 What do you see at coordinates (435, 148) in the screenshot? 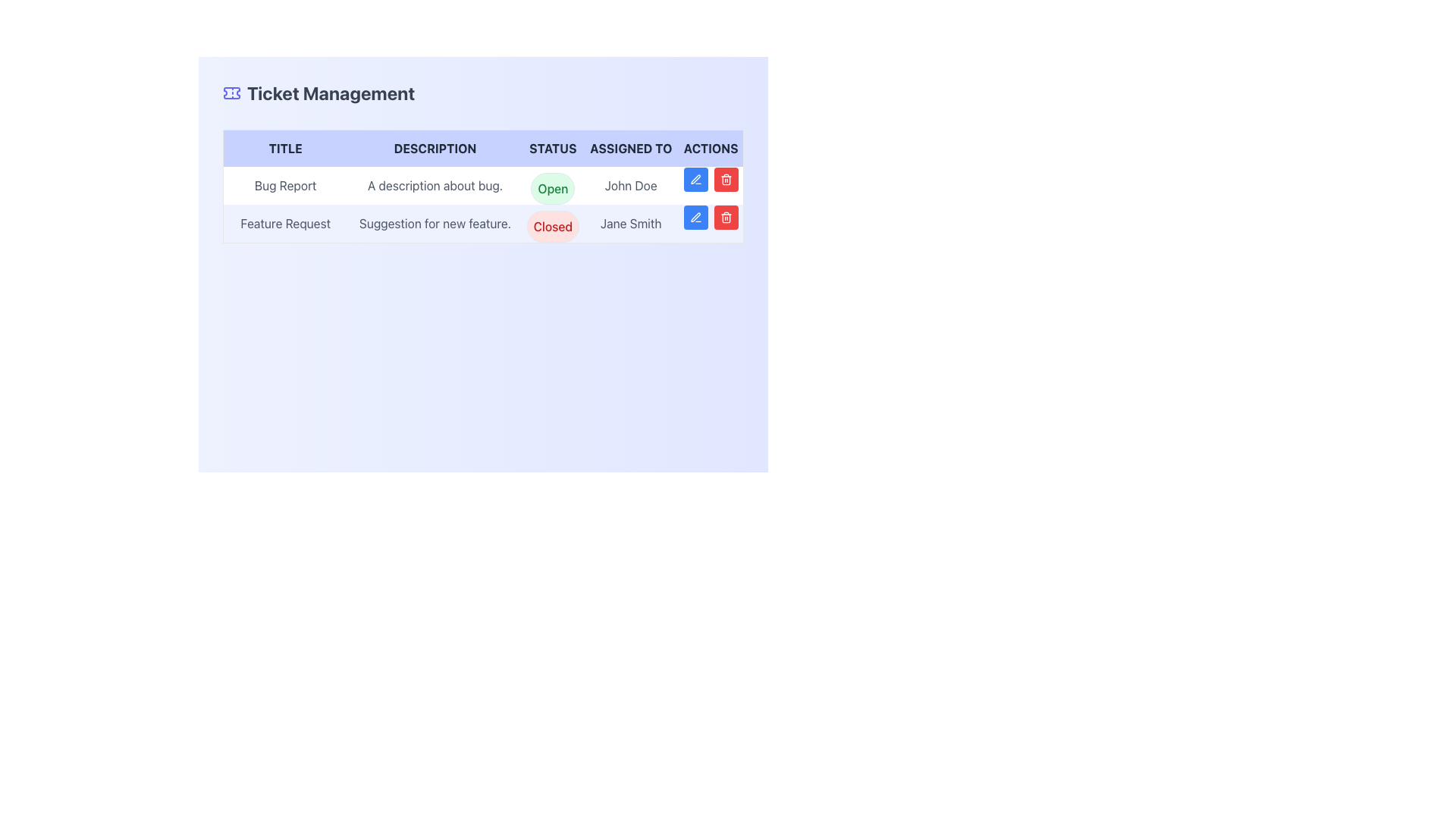
I see `the text label displaying 'Description', which is the second header in the Ticket Management table, styled in bold dark text on a light blue background` at bounding box center [435, 148].